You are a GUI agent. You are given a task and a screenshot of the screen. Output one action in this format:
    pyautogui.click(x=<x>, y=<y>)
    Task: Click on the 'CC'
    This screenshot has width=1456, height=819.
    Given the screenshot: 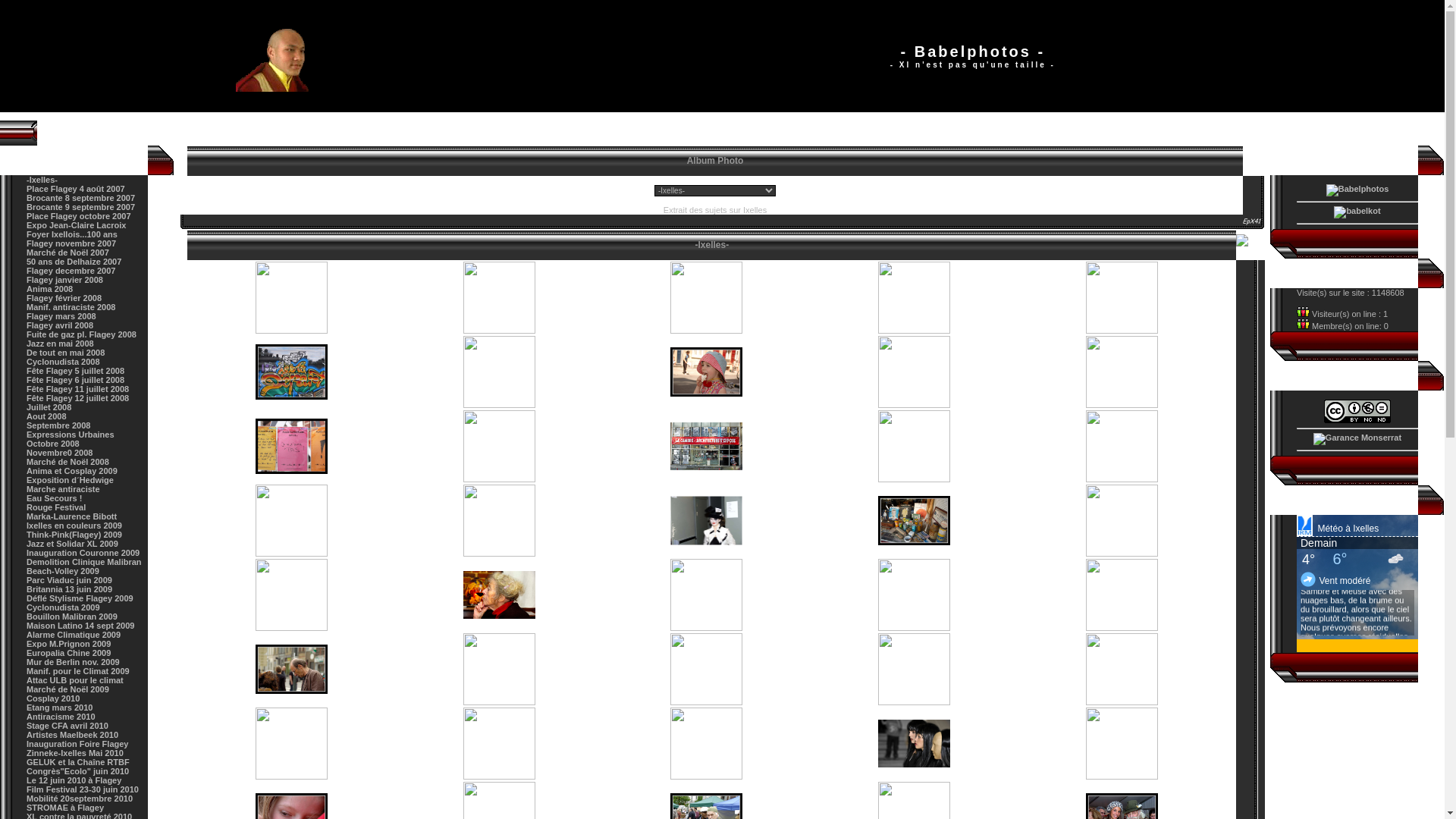 What is the action you would take?
    pyautogui.click(x=1357, y=411)
    